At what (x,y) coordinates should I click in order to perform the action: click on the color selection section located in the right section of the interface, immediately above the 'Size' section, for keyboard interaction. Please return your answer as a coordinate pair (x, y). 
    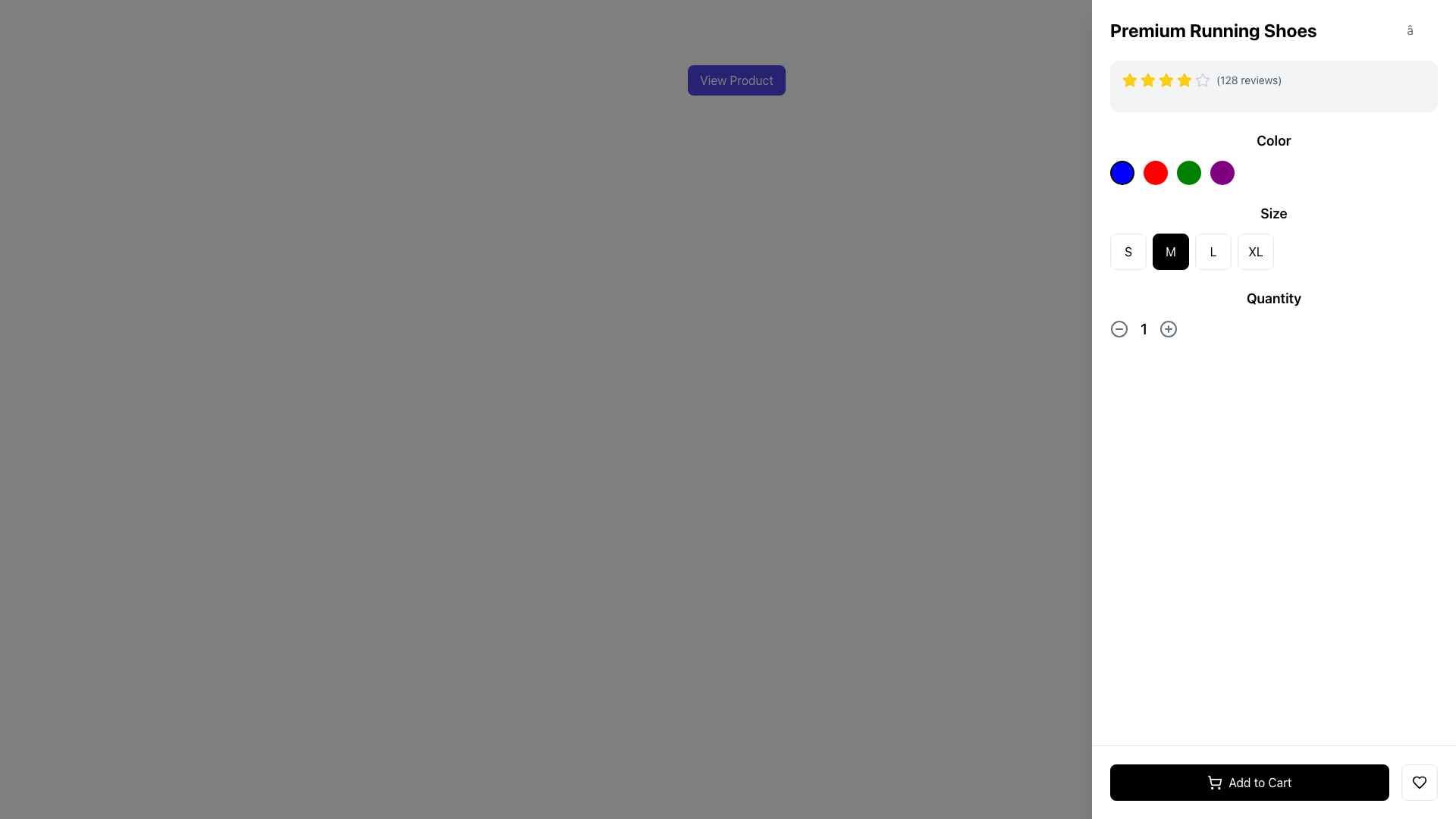
    Looking at the image, I should click on (1274, 158).